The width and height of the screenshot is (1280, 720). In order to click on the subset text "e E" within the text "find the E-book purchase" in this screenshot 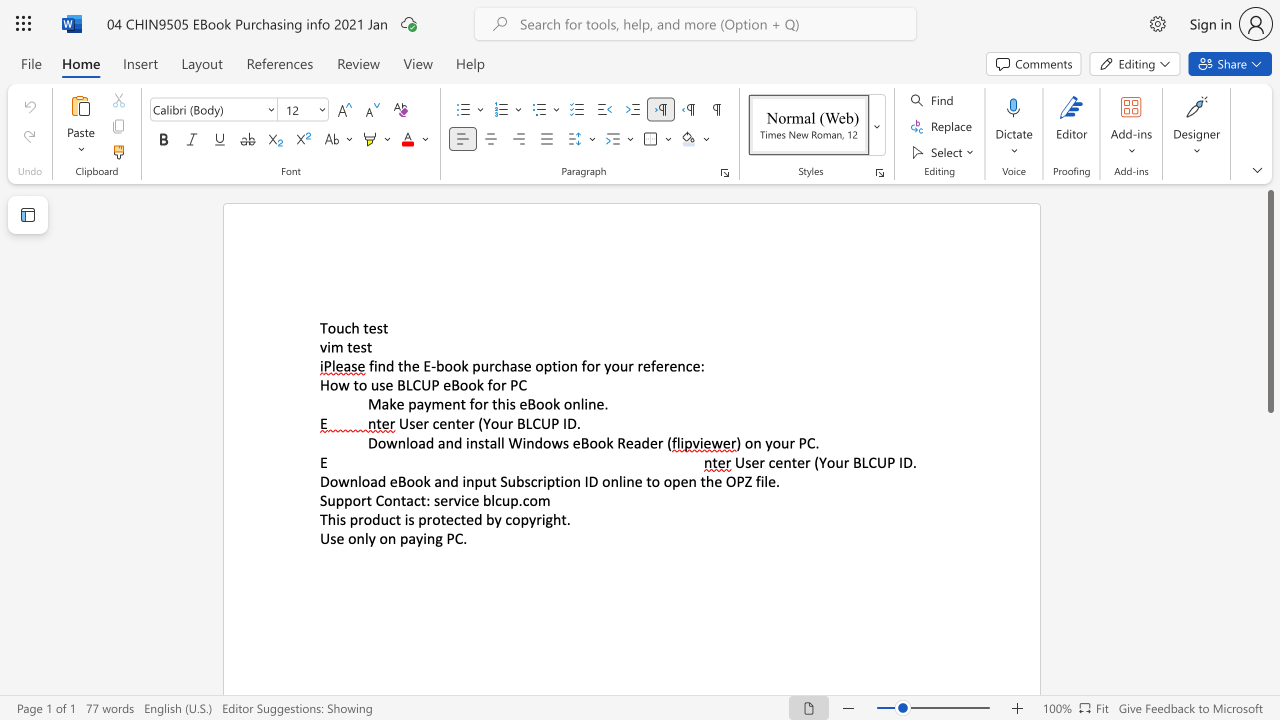, I will do `click(410, 366)`.